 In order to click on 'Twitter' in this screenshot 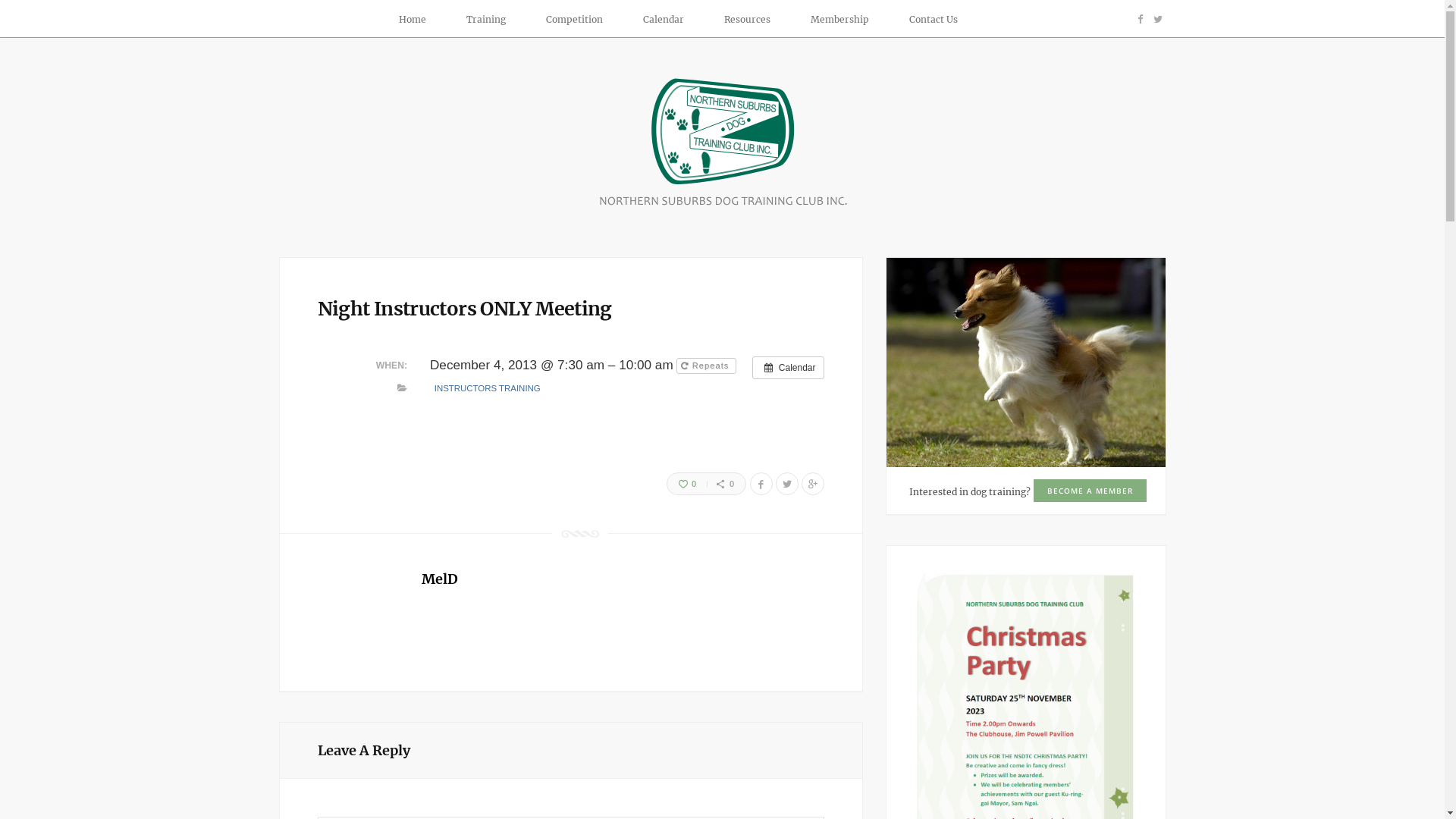, I will do `click(1156, 18)`.